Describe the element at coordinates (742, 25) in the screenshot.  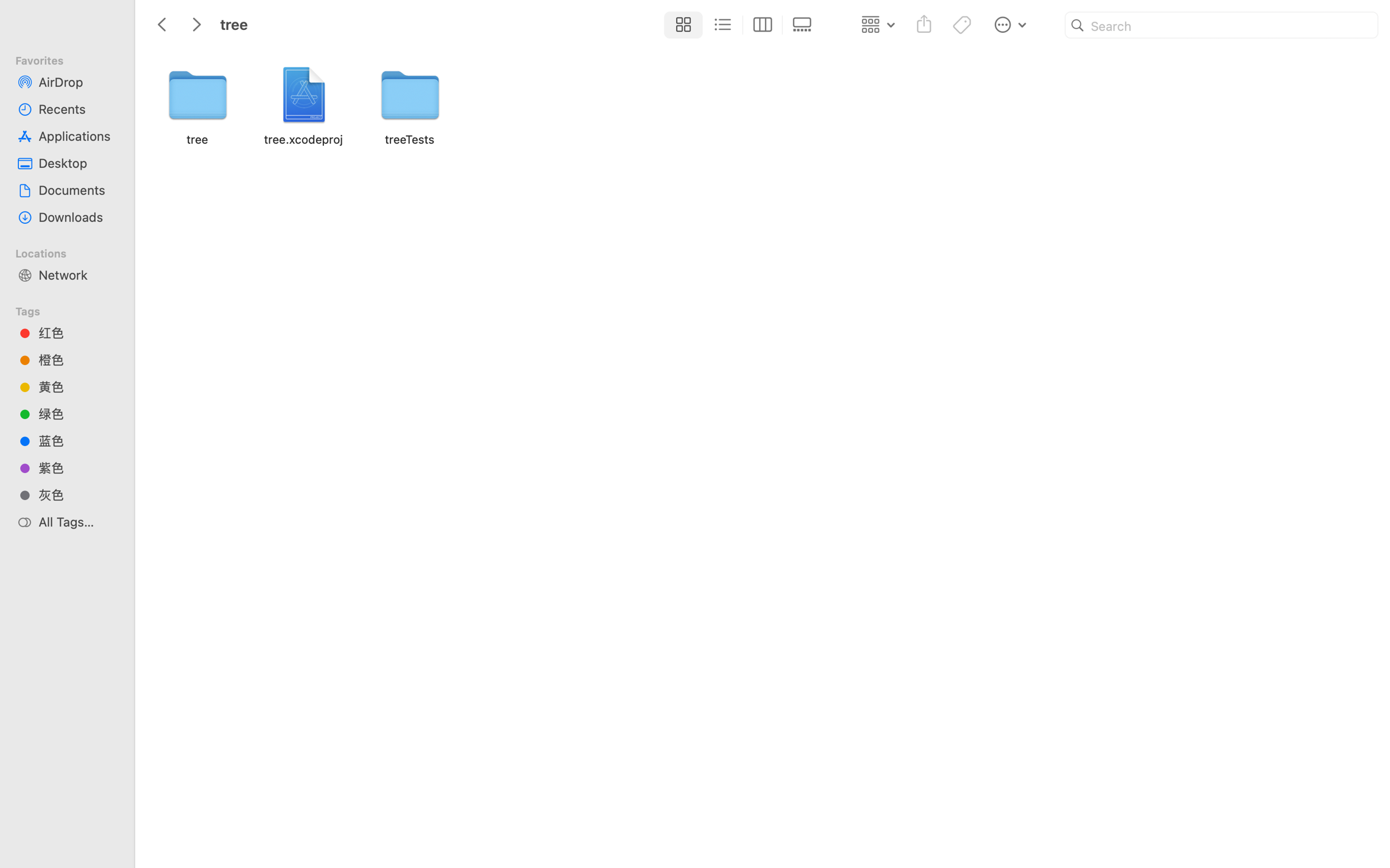
I see `'<AXUIElement 0x14da607b0> {pid=510}'` at that location.